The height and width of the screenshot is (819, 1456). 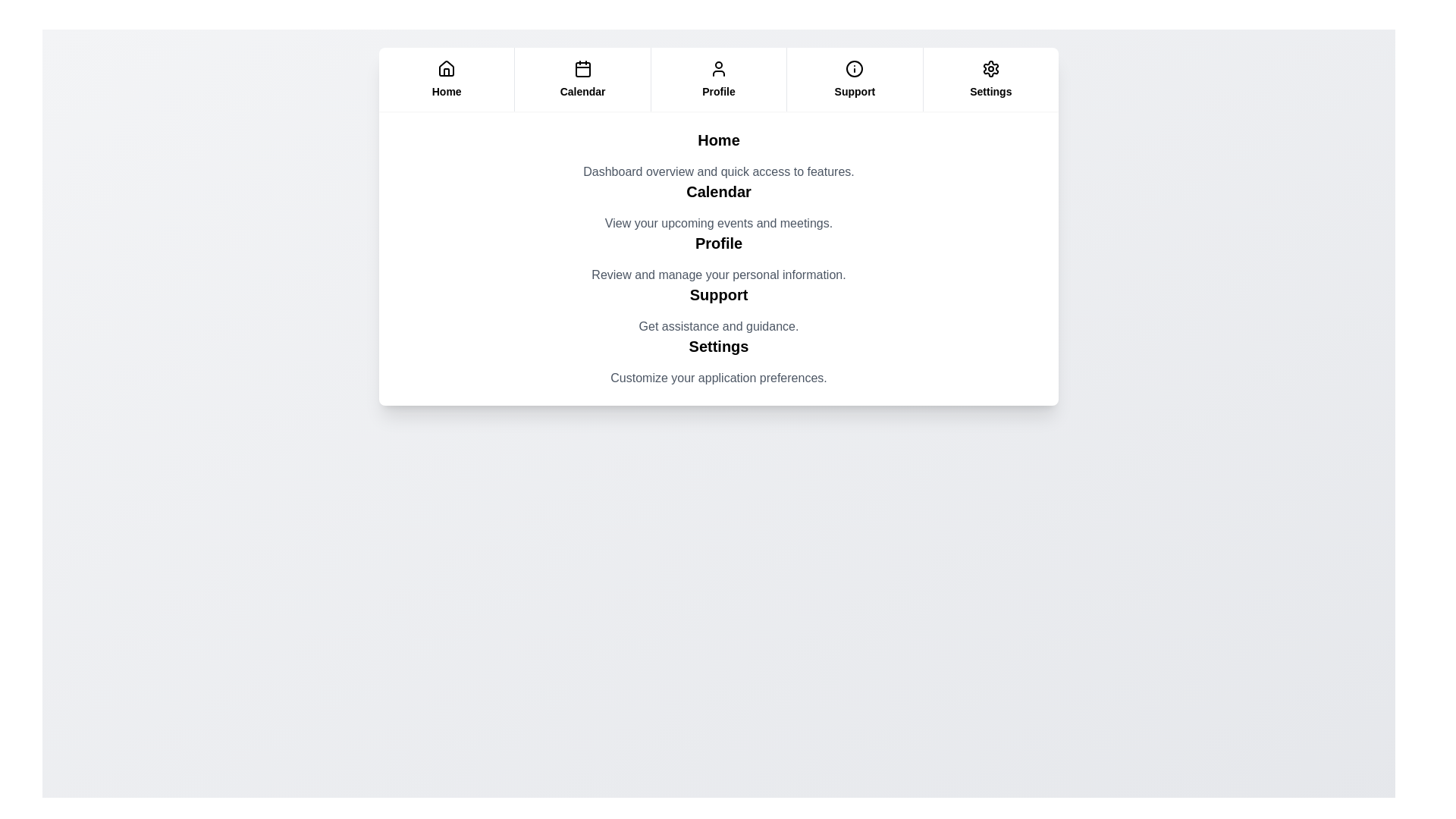 What do you see at coordinates (718, 140) in the screenshot?
I see `the 'Home' text element, which is bold and large, located at the top of the content area beneath the navigation bar` at bounding box center [718, 140].